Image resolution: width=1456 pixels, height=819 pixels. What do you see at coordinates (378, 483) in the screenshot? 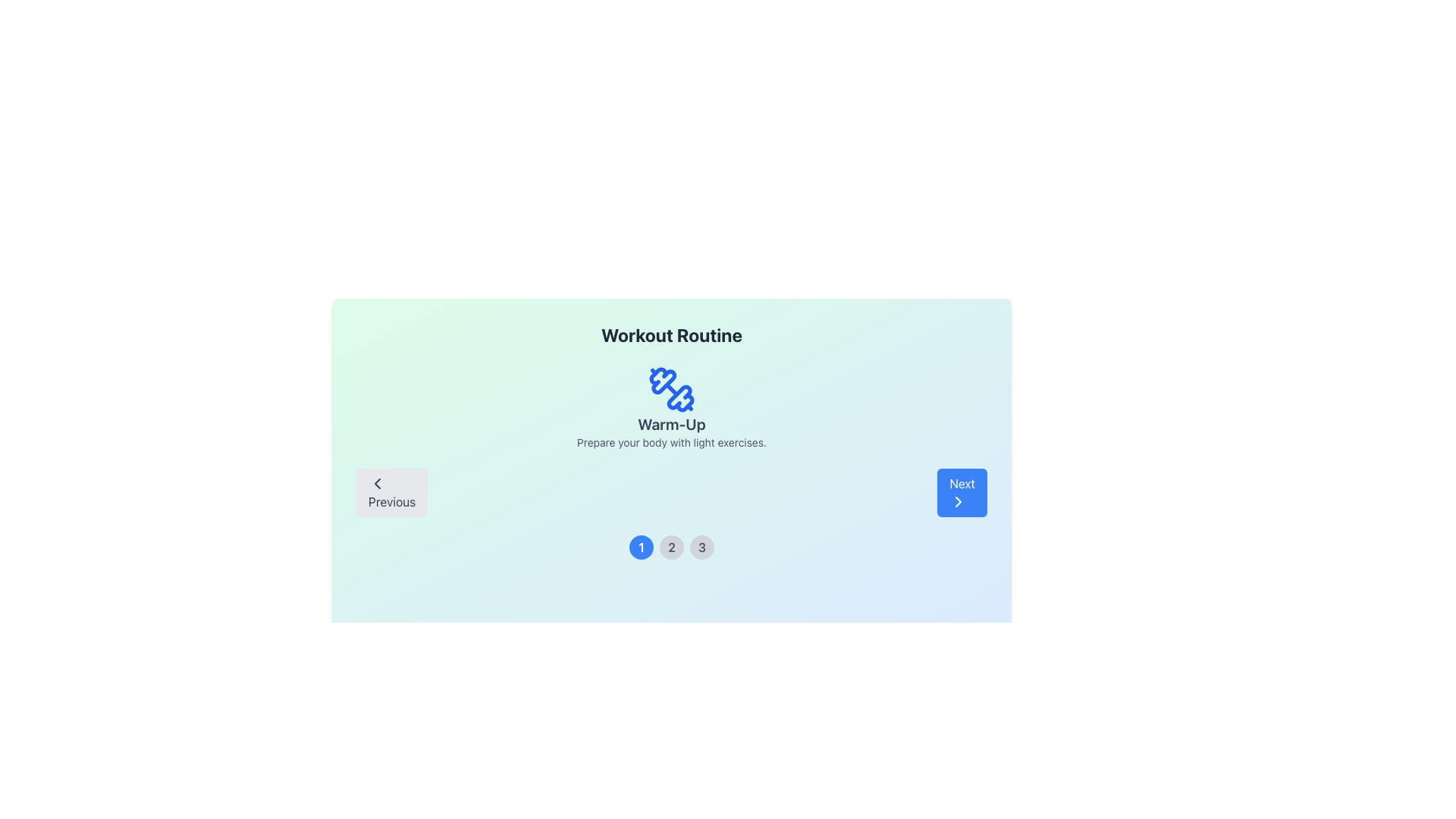
I see `the 'Previous' button icon located at the bottom-left side of the interface` at bounding box center [378, 483].